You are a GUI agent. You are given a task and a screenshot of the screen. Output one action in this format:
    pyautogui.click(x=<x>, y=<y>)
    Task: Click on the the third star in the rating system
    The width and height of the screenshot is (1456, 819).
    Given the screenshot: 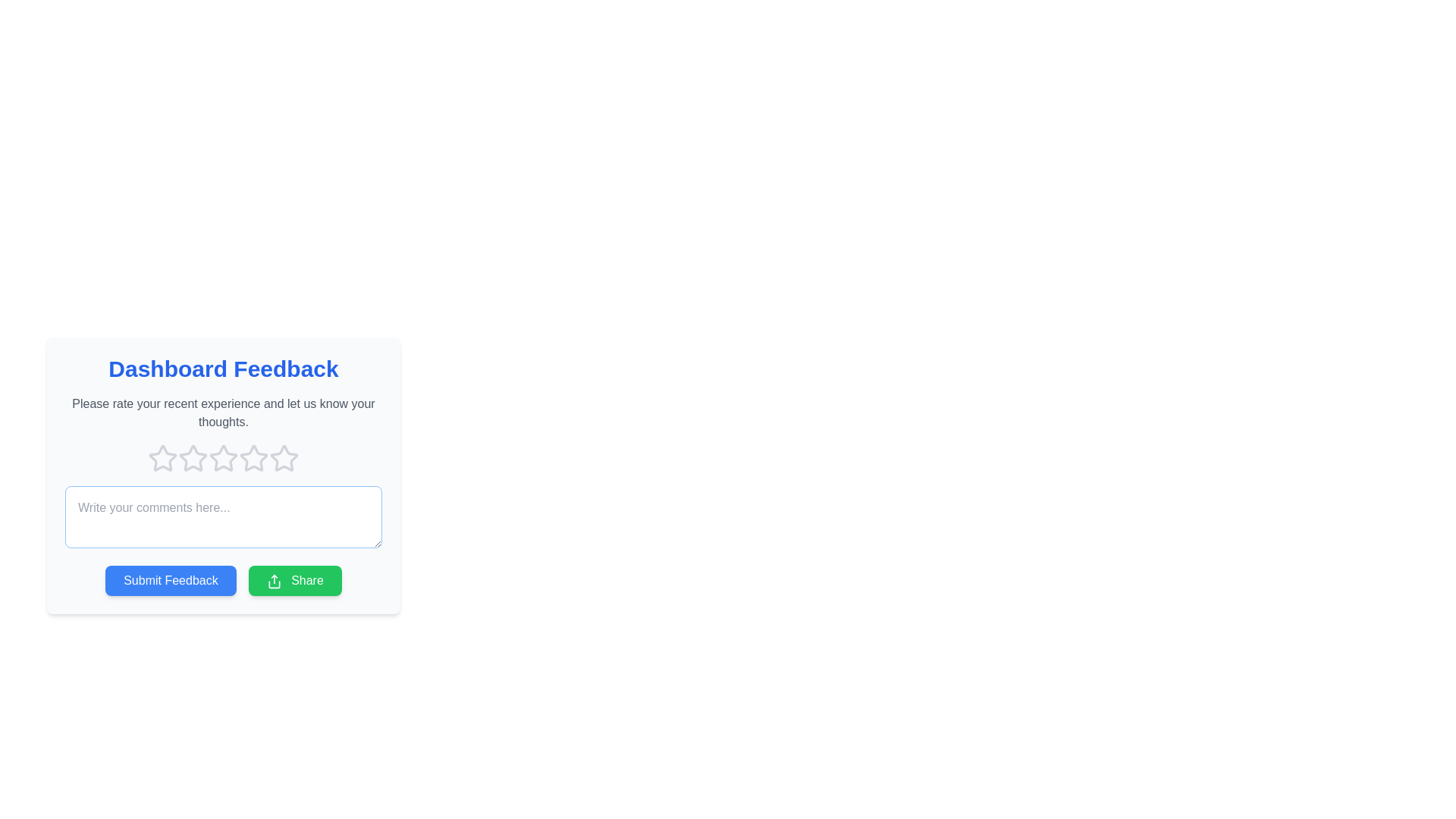 What is the action you would take?
    pyautogui.click(x=222, y=475)
    